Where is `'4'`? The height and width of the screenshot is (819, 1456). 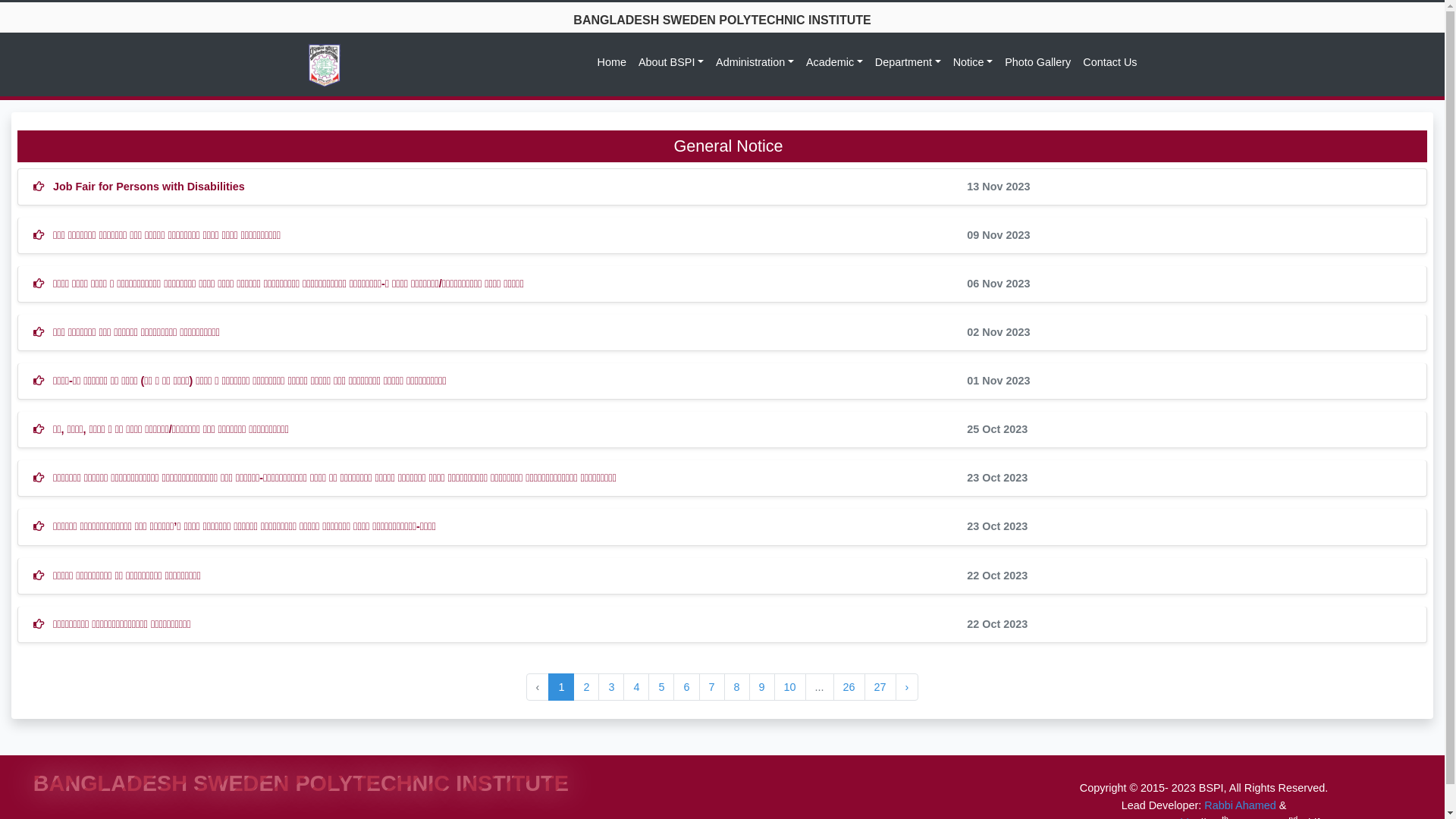 '4' is located at coordinates (636, 687).